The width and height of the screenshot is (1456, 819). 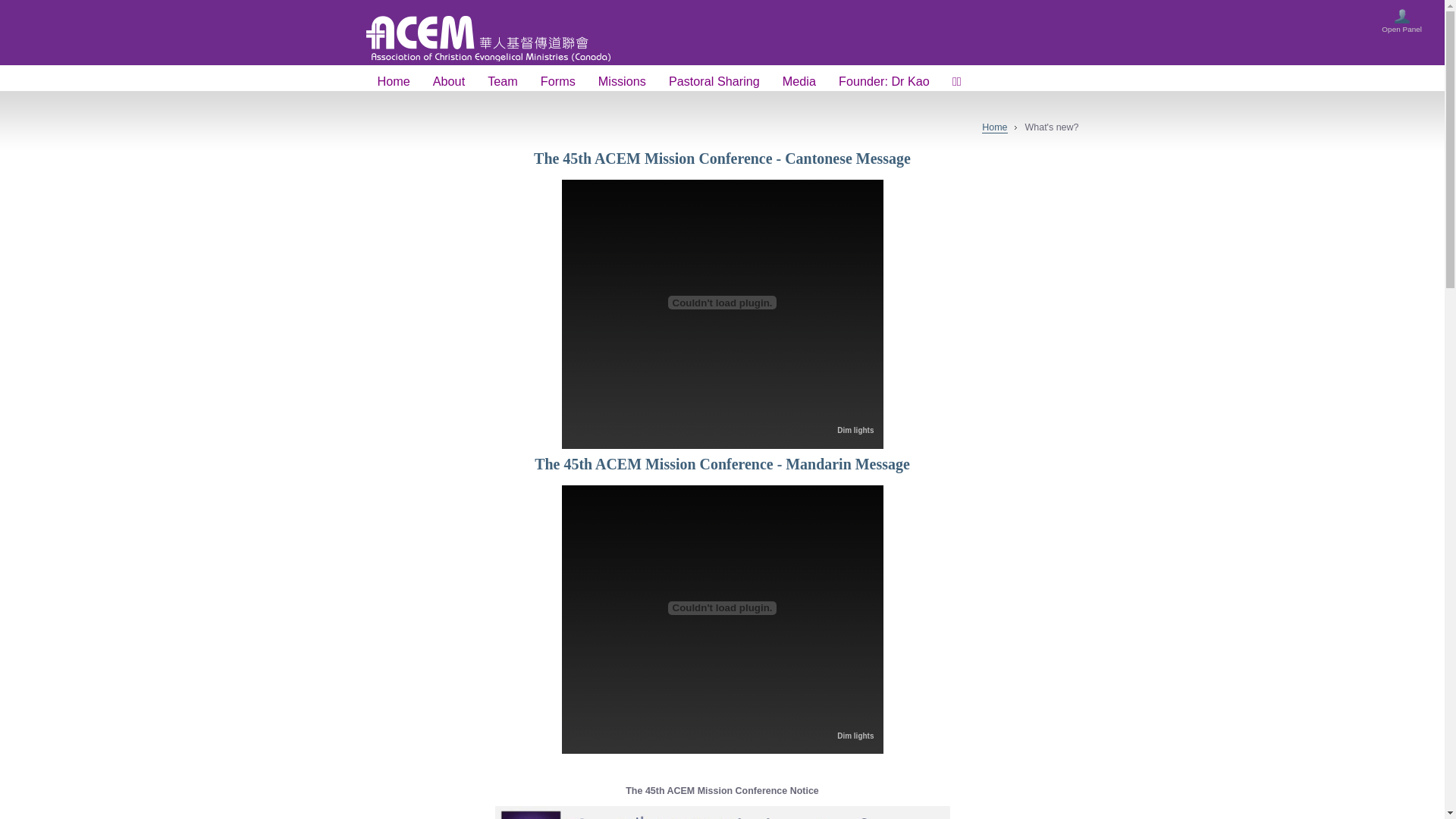 What do you see at coordinates (529, 82) in the screenshot?
I see `'Forms'` at bounding box center [529, 82].